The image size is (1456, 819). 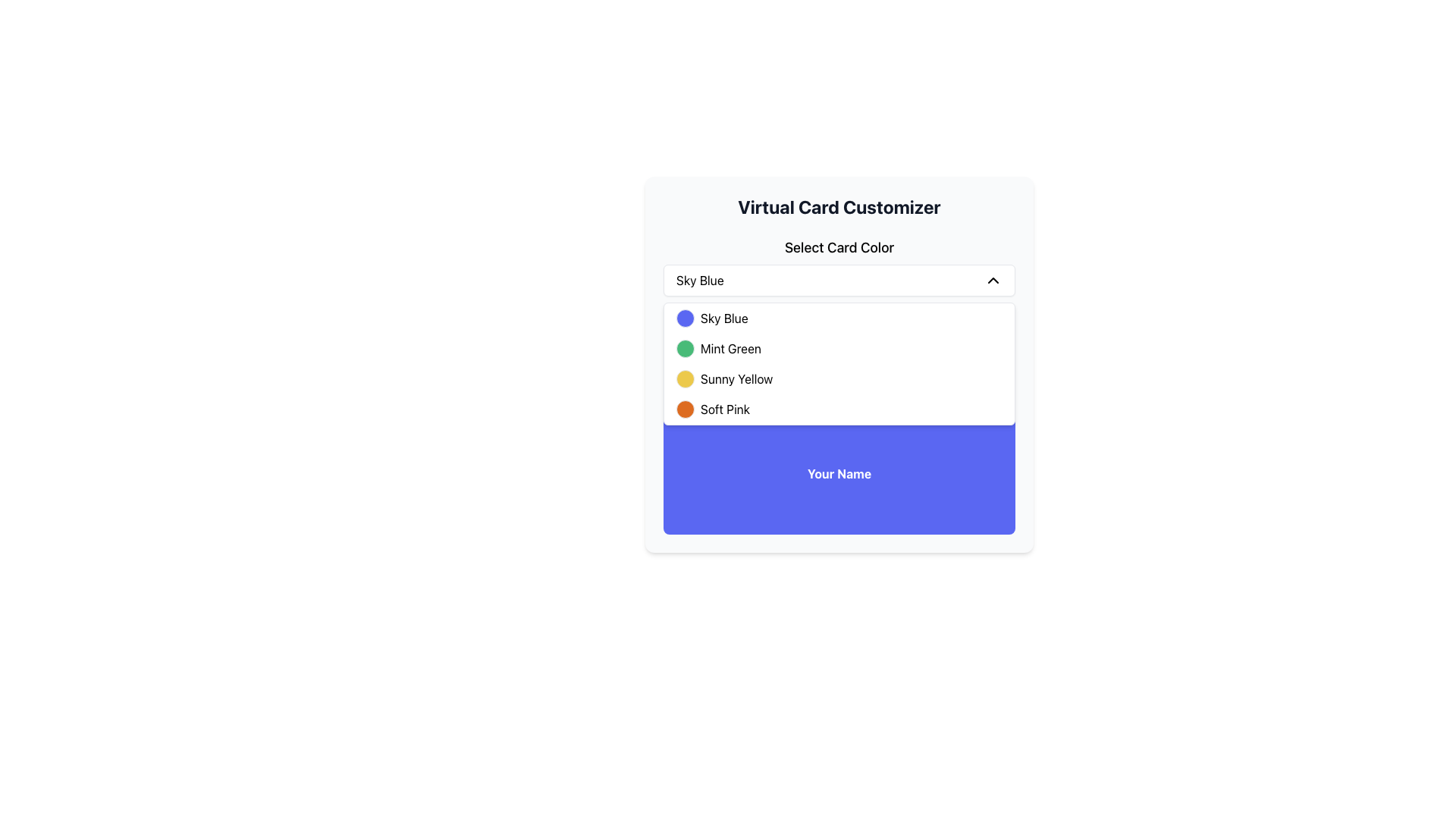 I want to click on the color indicator for 'Mint Green' in the dropdown menu, which is positioned on the left side of the text 'Mint Green.', so click(x=684, y=348).